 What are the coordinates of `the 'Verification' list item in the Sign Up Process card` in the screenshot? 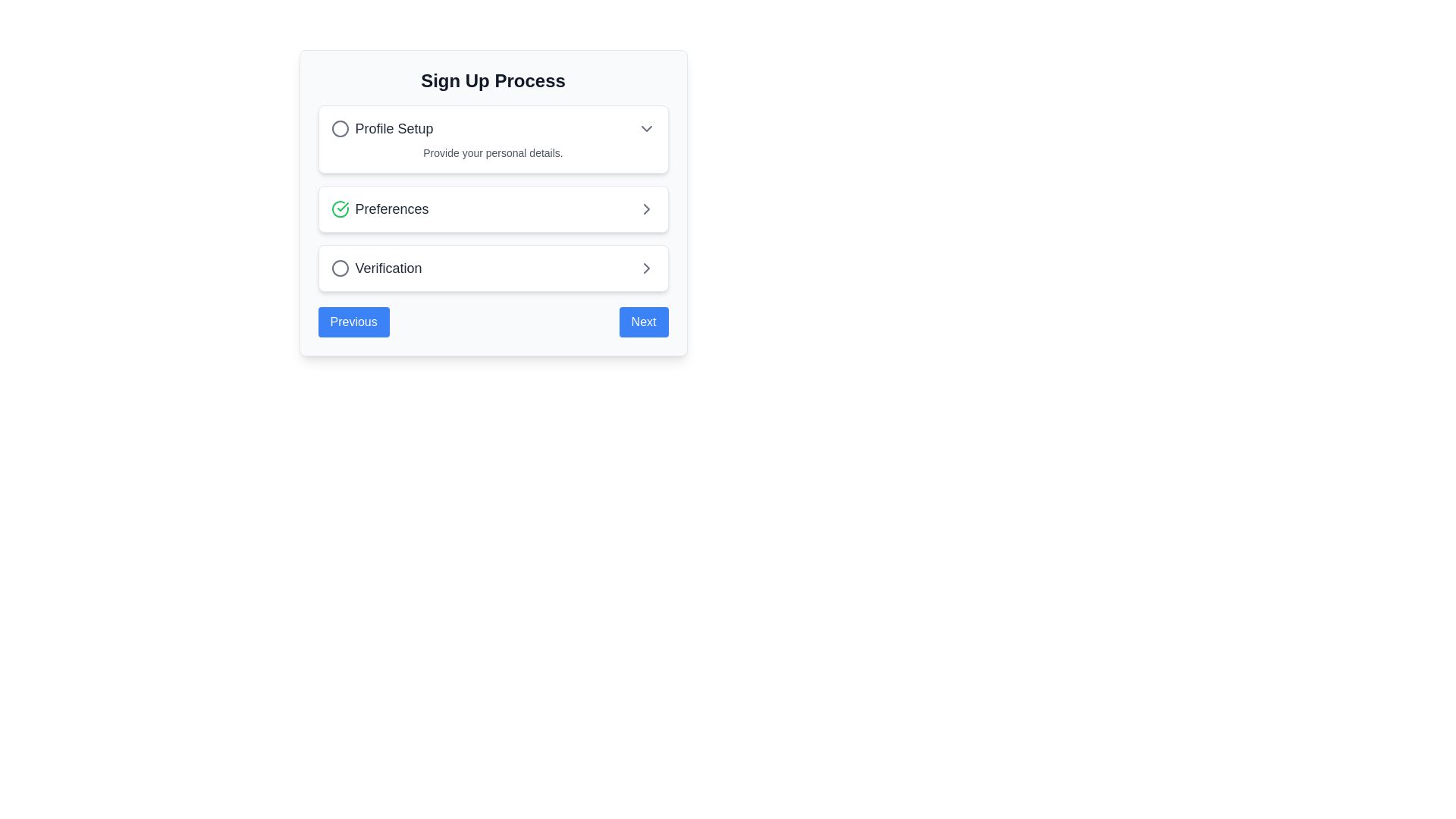 It's located at (376, 268).